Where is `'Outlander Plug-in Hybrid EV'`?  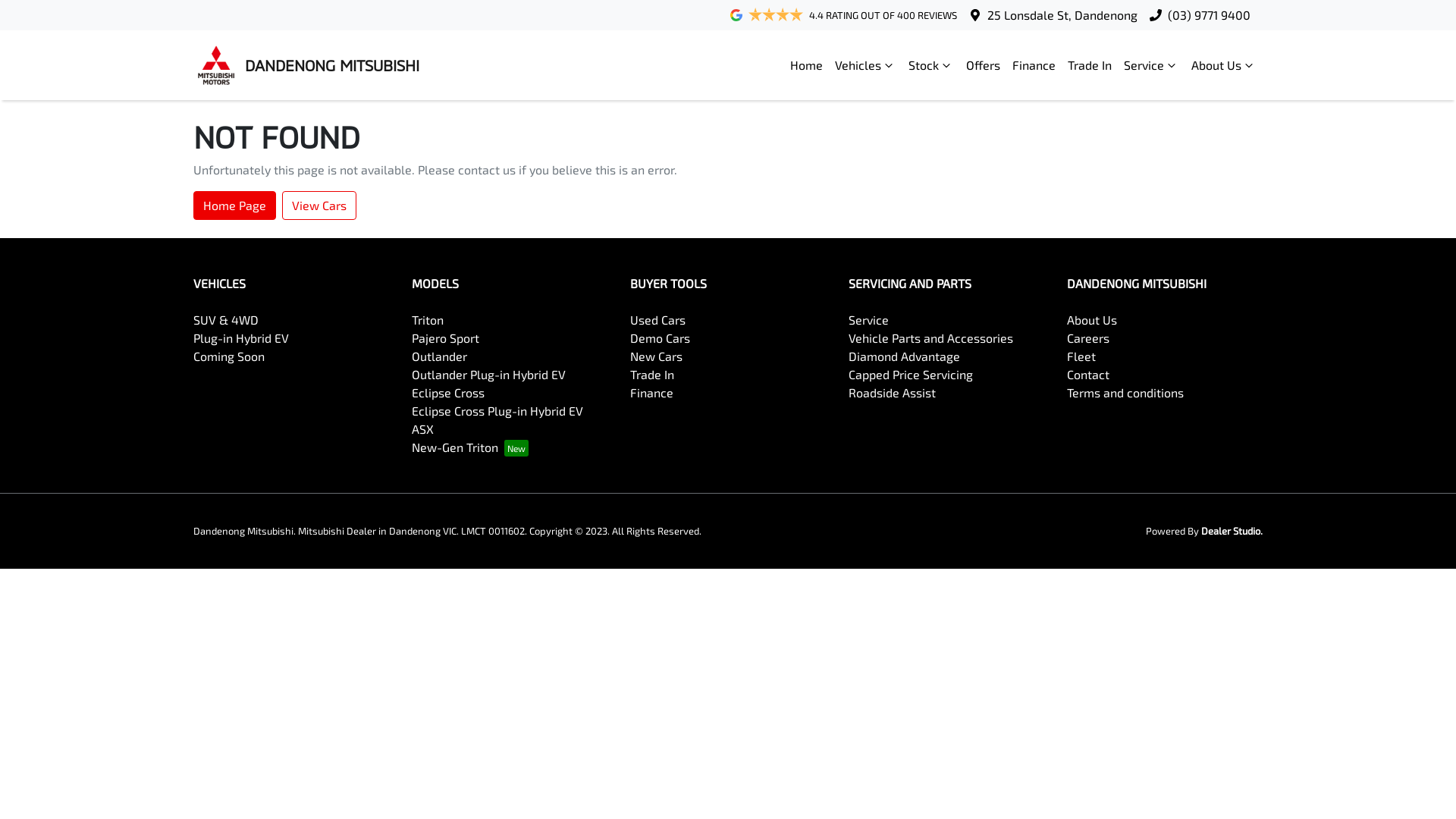
'Outlander Plug-in Hybrid EV' is located at coordinates (488, 374).